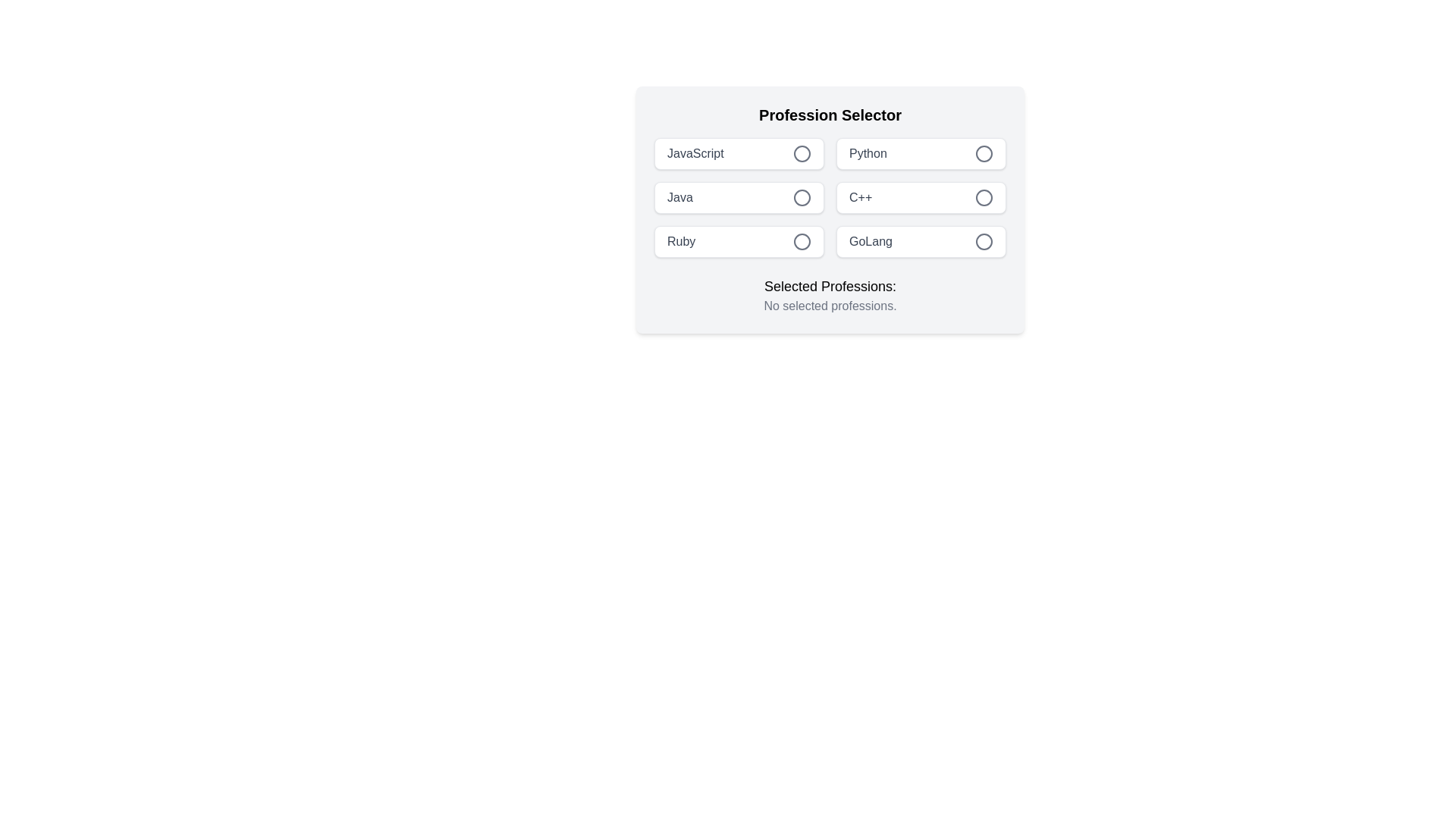  What do you see at coordinates (801, 154) in the screenshot?
I see `the circular radio button next to the 'JavaScript' label` at bounding box center [801, 154].